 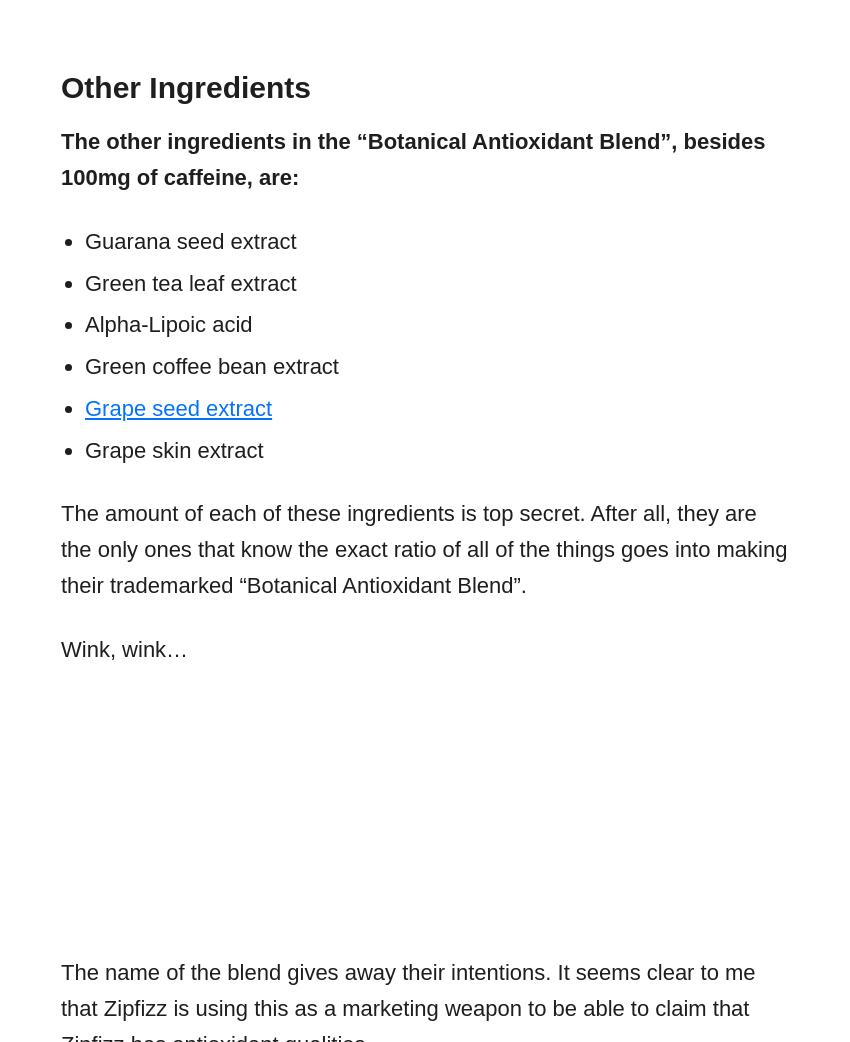 I want to click on 'Grape skin extract', so click(x=85, y=449).